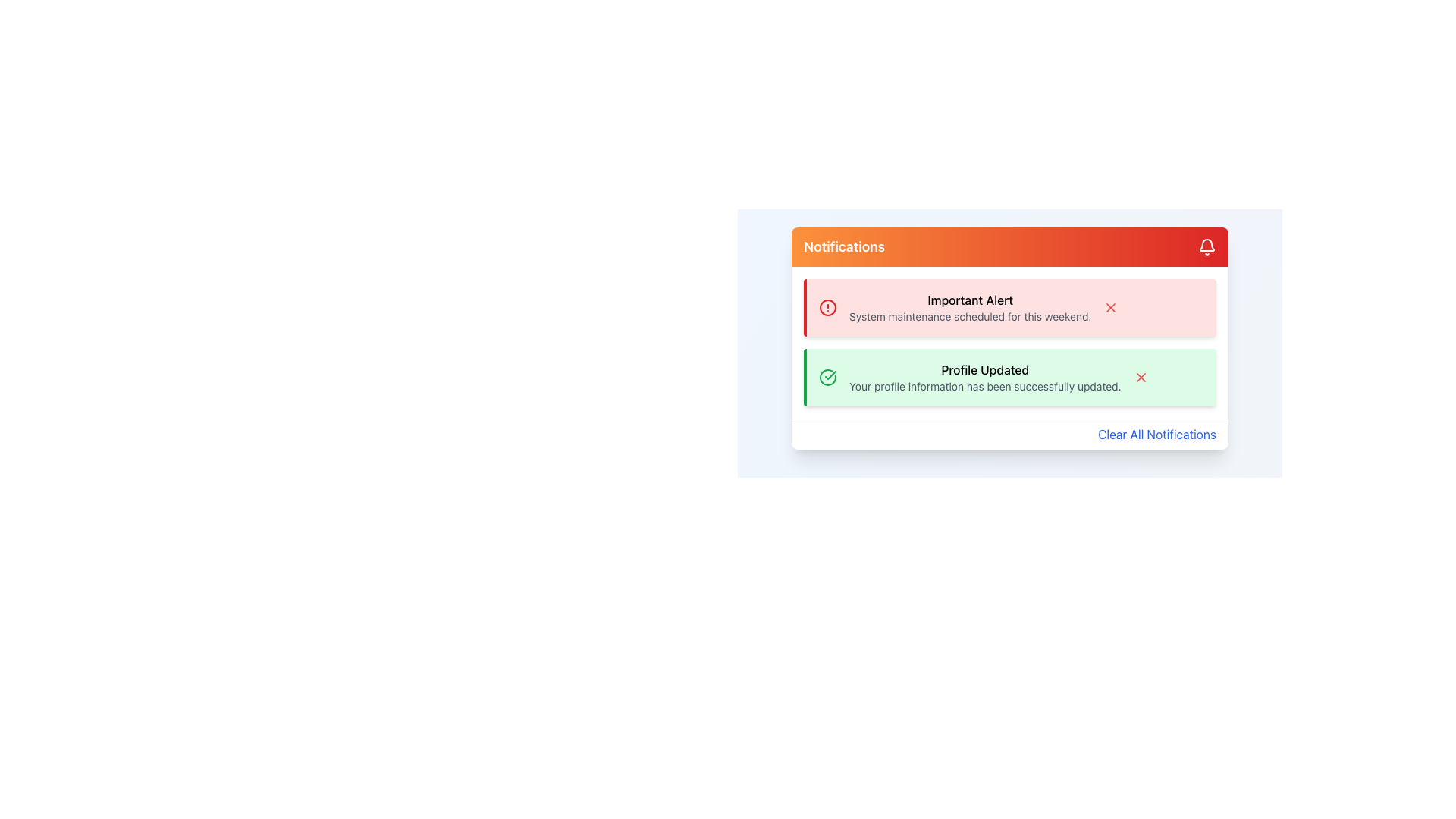 This screenshot has height=819, width=1456. What do you see at coordinates (985, 376) in the screenshot?
I see `the notification message that informs the user about the successful update of their profile information, located below the 'Important Alert' in the vertical notification panel` at bounding box center [985, 376].